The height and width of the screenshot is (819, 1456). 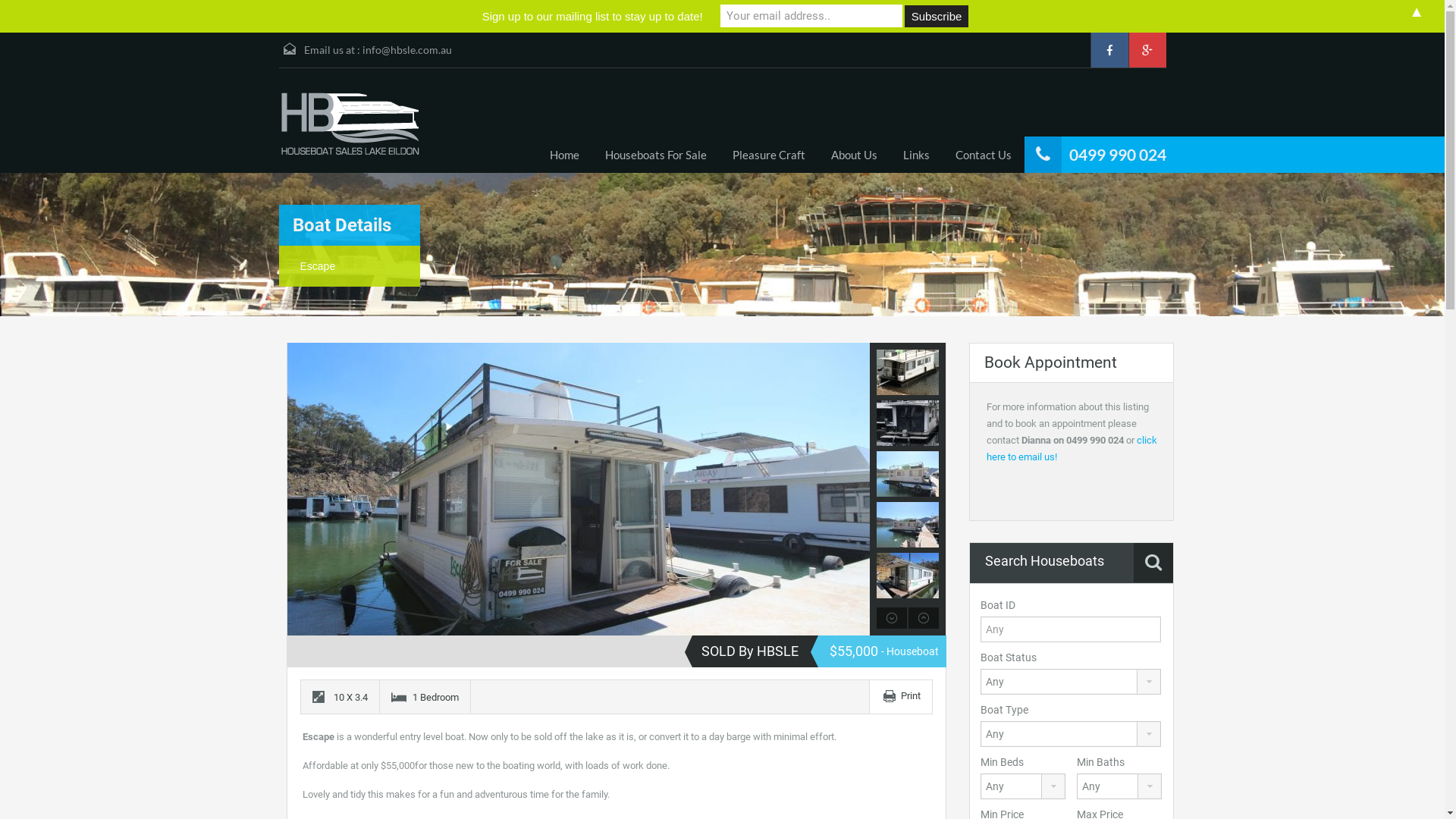 What do you see at coordinates (986, 447) in the screenshot?
I see `'click here to email us!'` at bounding box center [986, 447].